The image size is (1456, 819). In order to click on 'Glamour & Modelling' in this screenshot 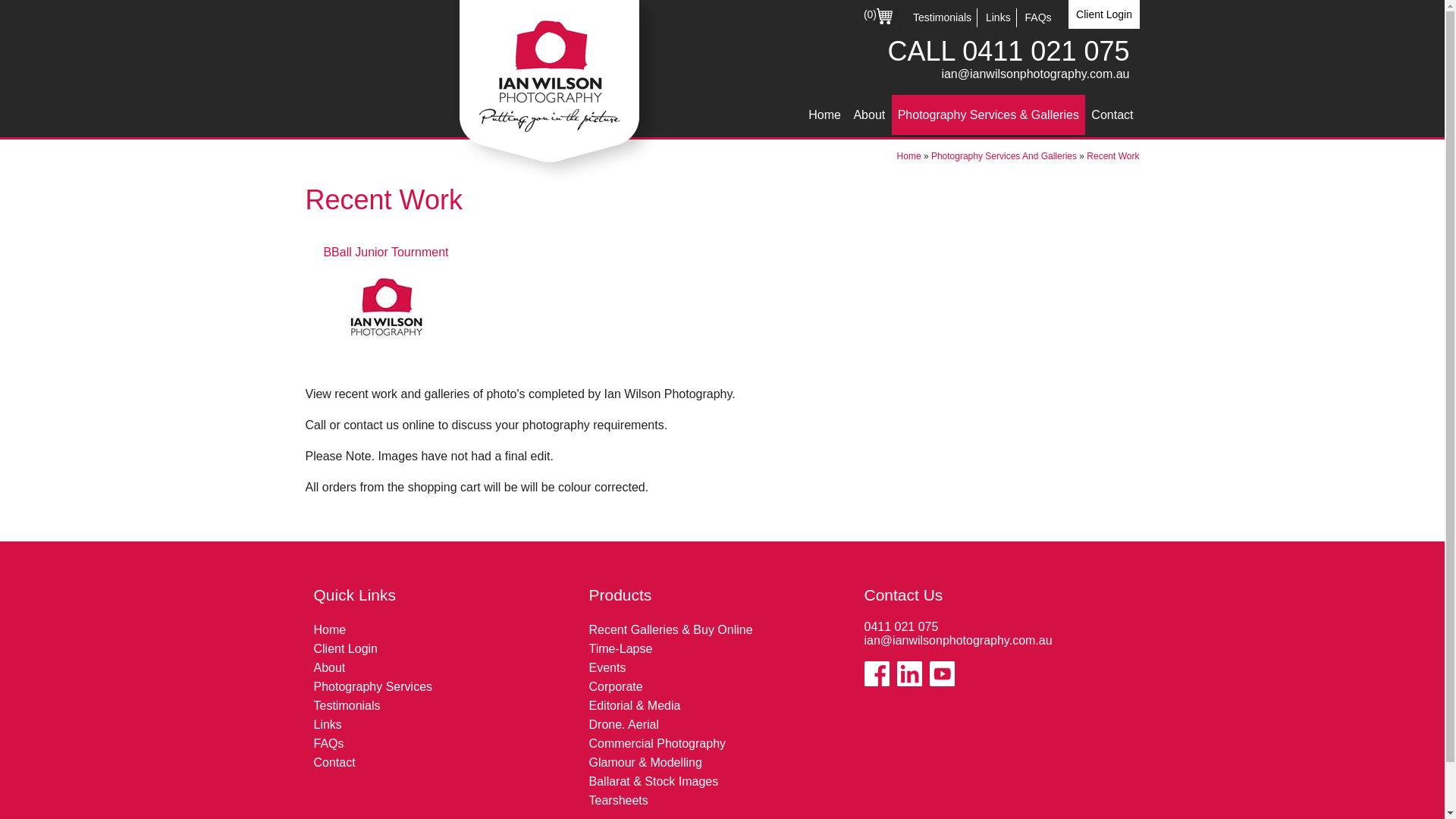, I will do `click(645, 762)`.